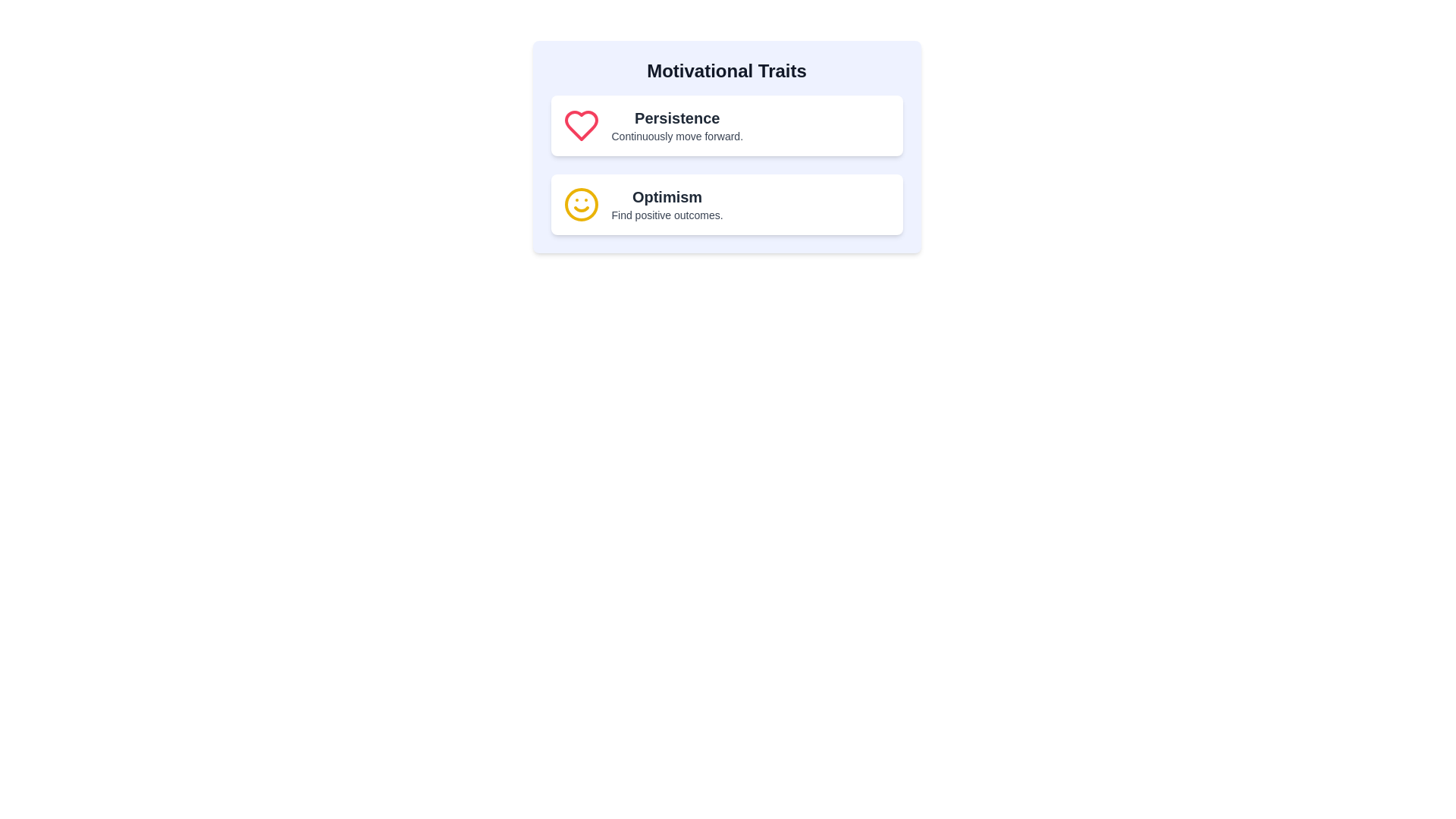 The height and width of the screenshot is (819, 1456). I want to click on the text element displaying 'Find positive outcomes.' which is located below the heading 'Optimism', so click(667, 215).